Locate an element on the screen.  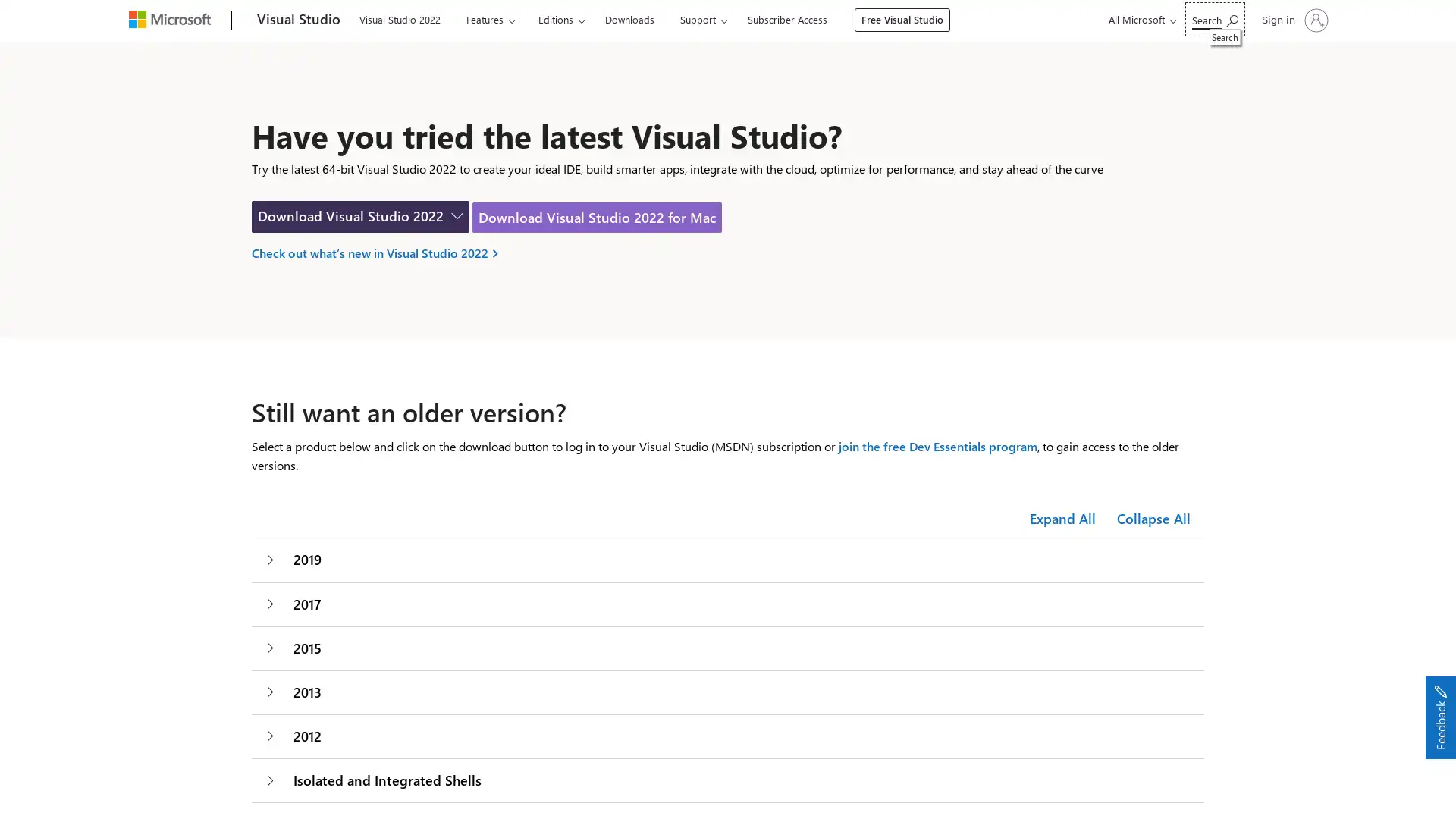
Collapse All is located at coordinates (1153, 517).